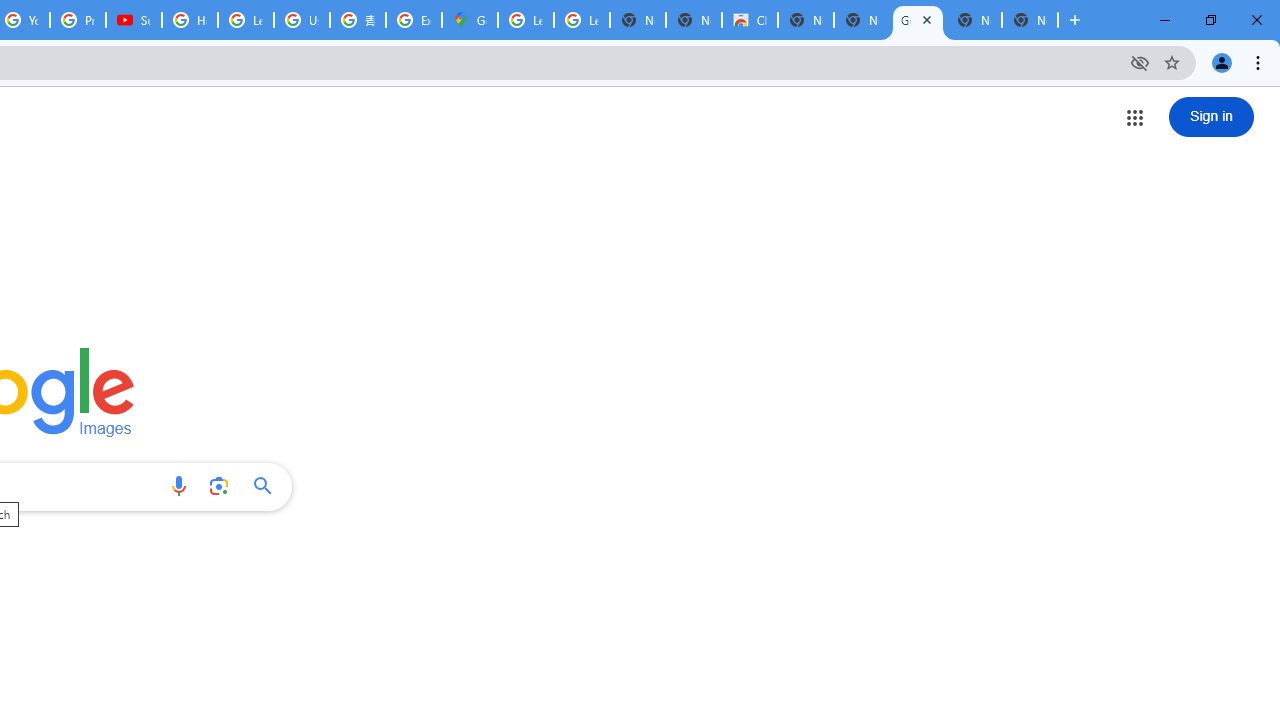  Describe the element at coordinates (413, 20) in the screenshot. I see `'Explore new street-level details - Google Maps Help'` at that location.